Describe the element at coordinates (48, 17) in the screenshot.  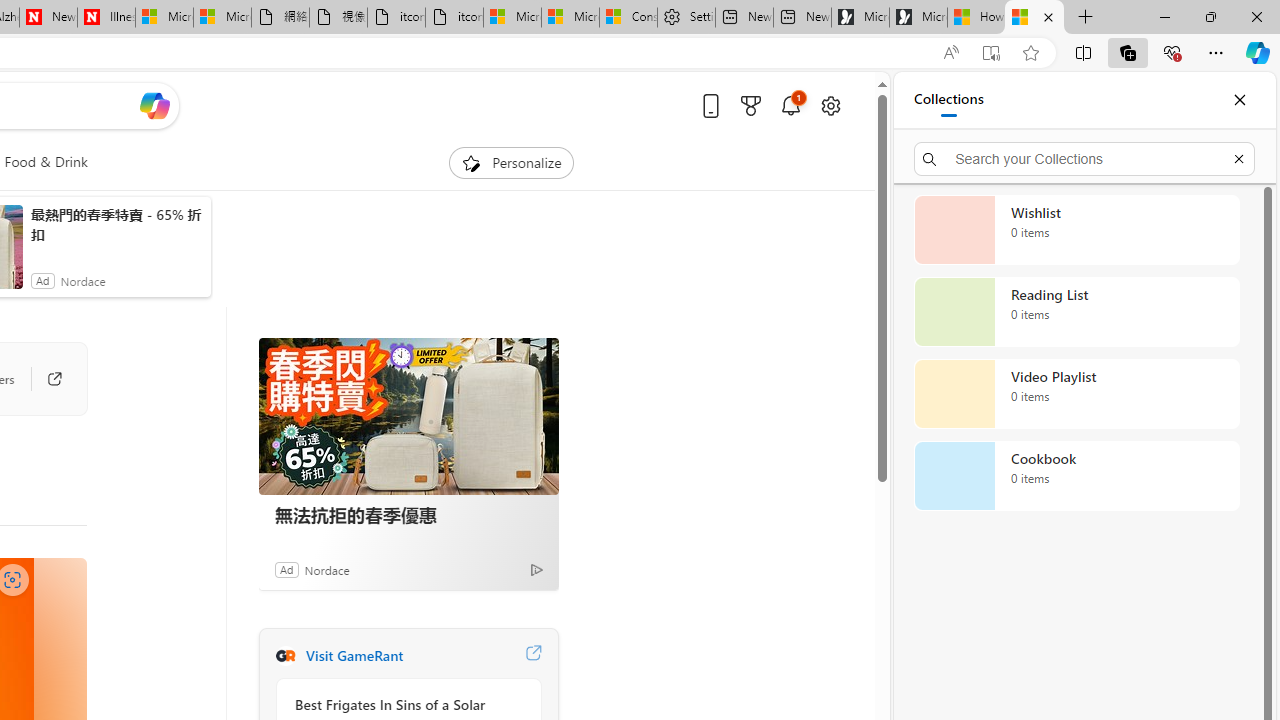
I see `'Newsweek - News, Analysis, Politics, Business, Technology'` at that location.